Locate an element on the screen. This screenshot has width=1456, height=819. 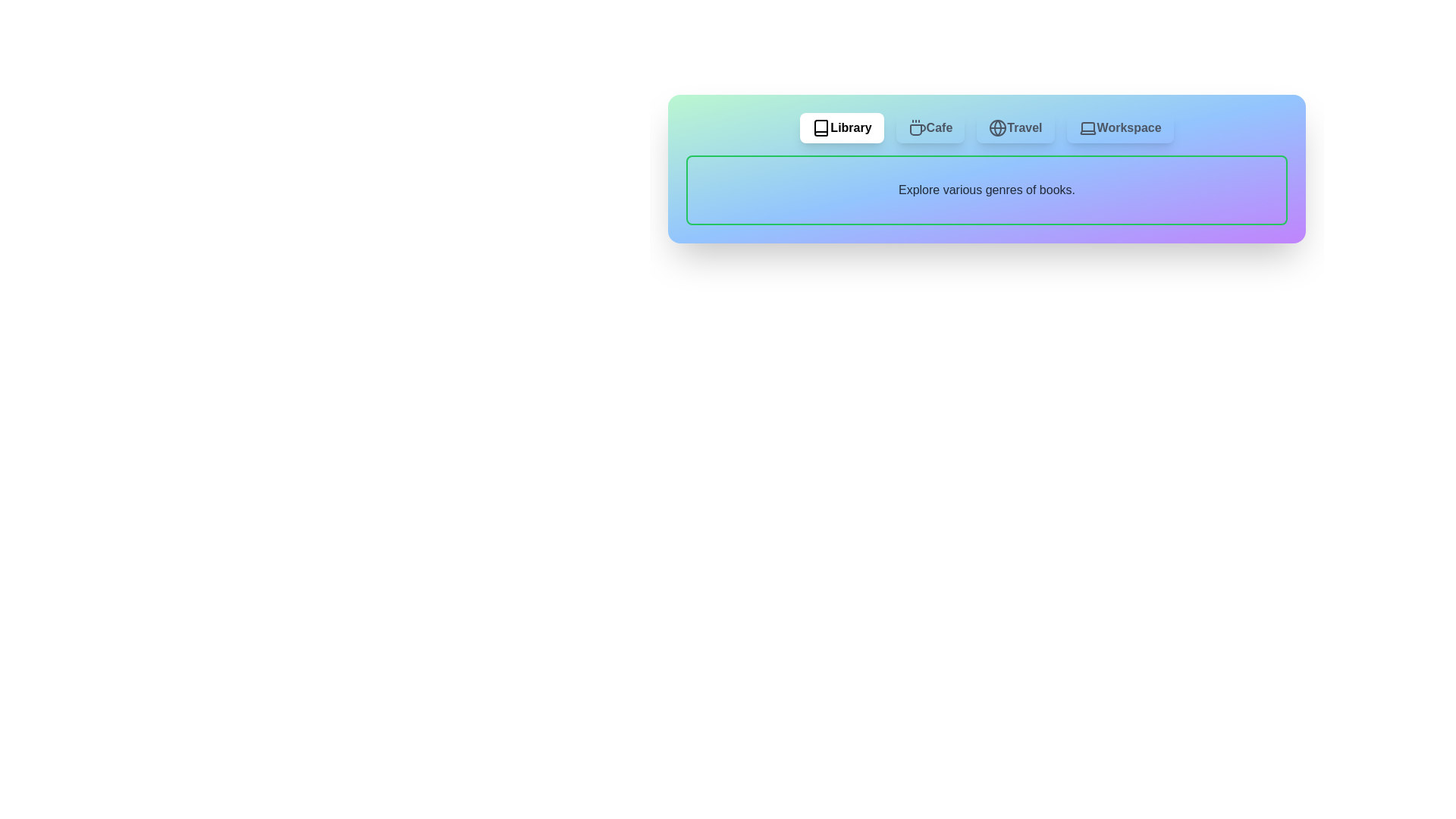
the Library tab by clicking on its corresponding button is located at coordinates (841, 127).